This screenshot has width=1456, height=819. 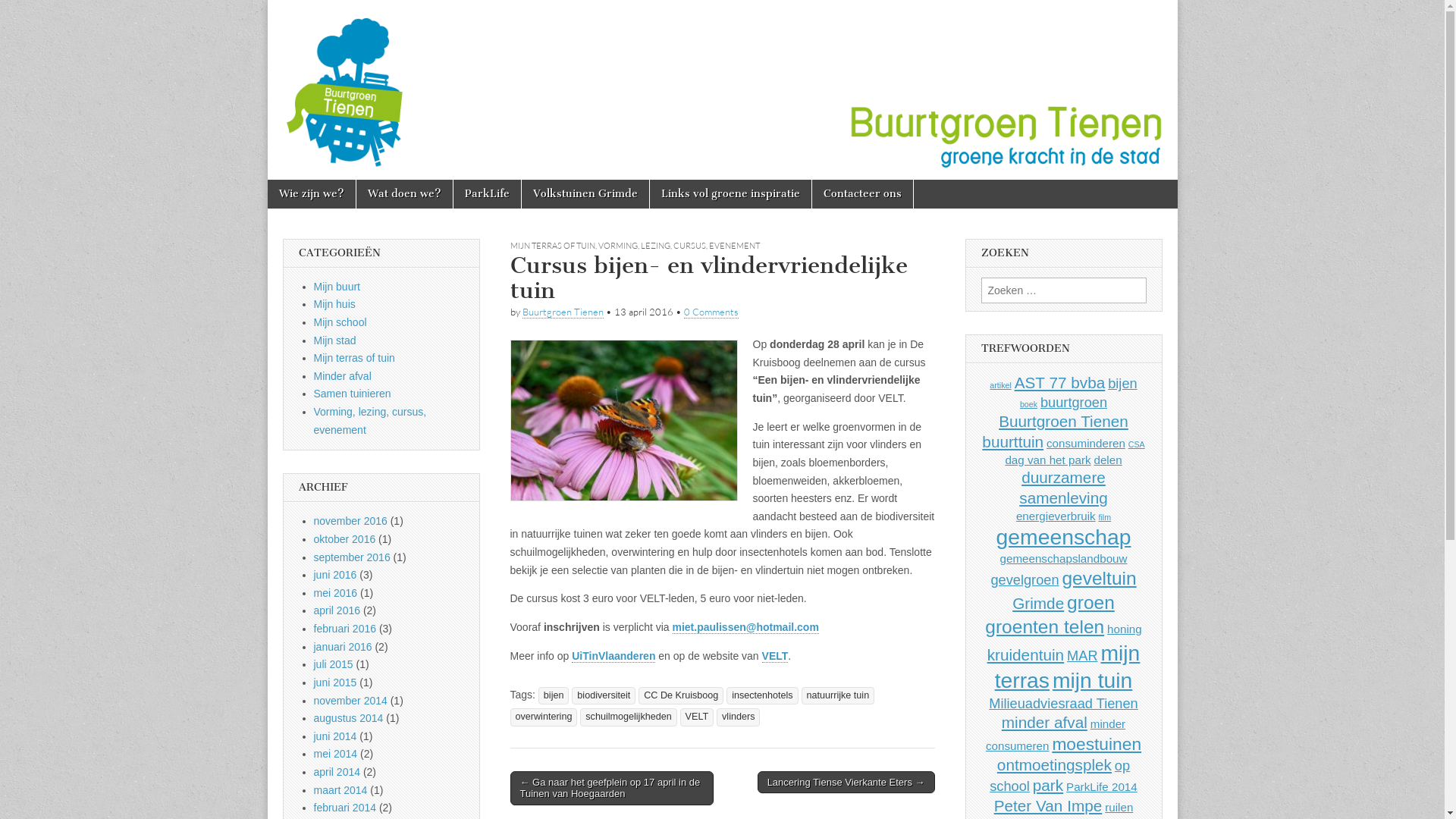 What do you see at coordinates (305, 187) in the screenshot?
I see `'Skip to content'` at bounding box center [305, 187].